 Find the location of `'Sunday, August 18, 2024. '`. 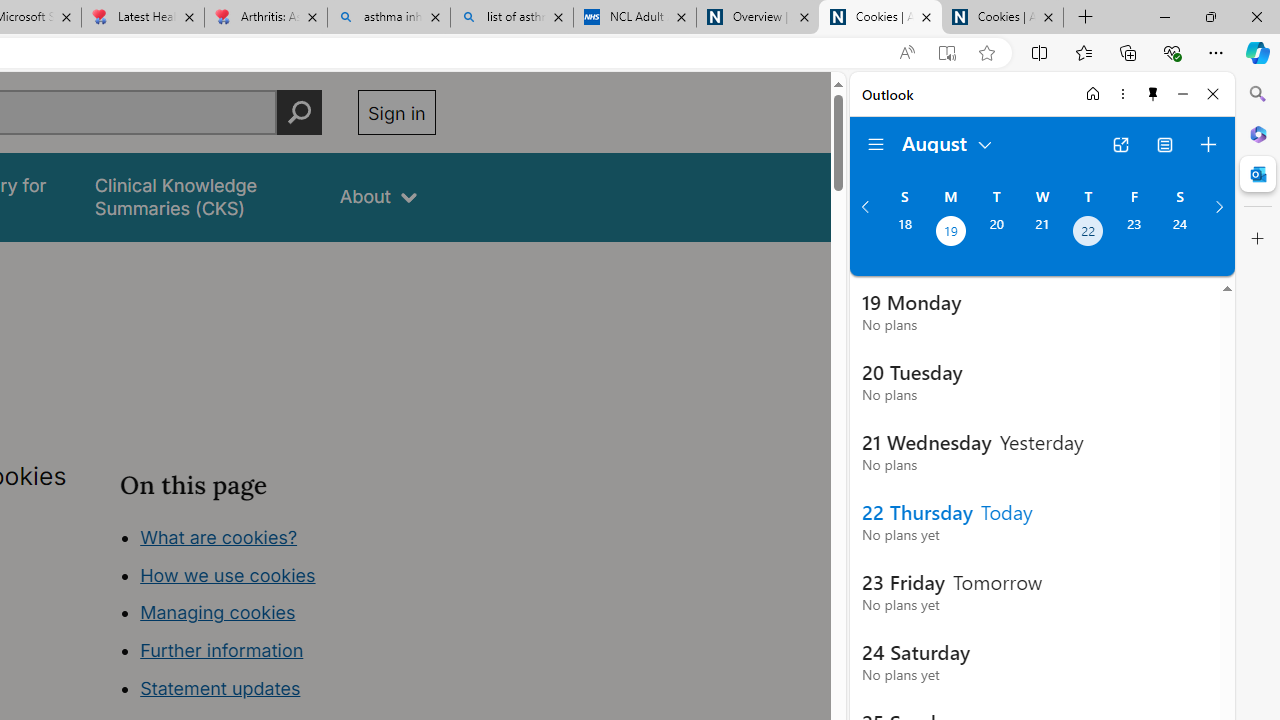

'Sunday, August 18, 2024. ' is located at coordinates (903, 232).